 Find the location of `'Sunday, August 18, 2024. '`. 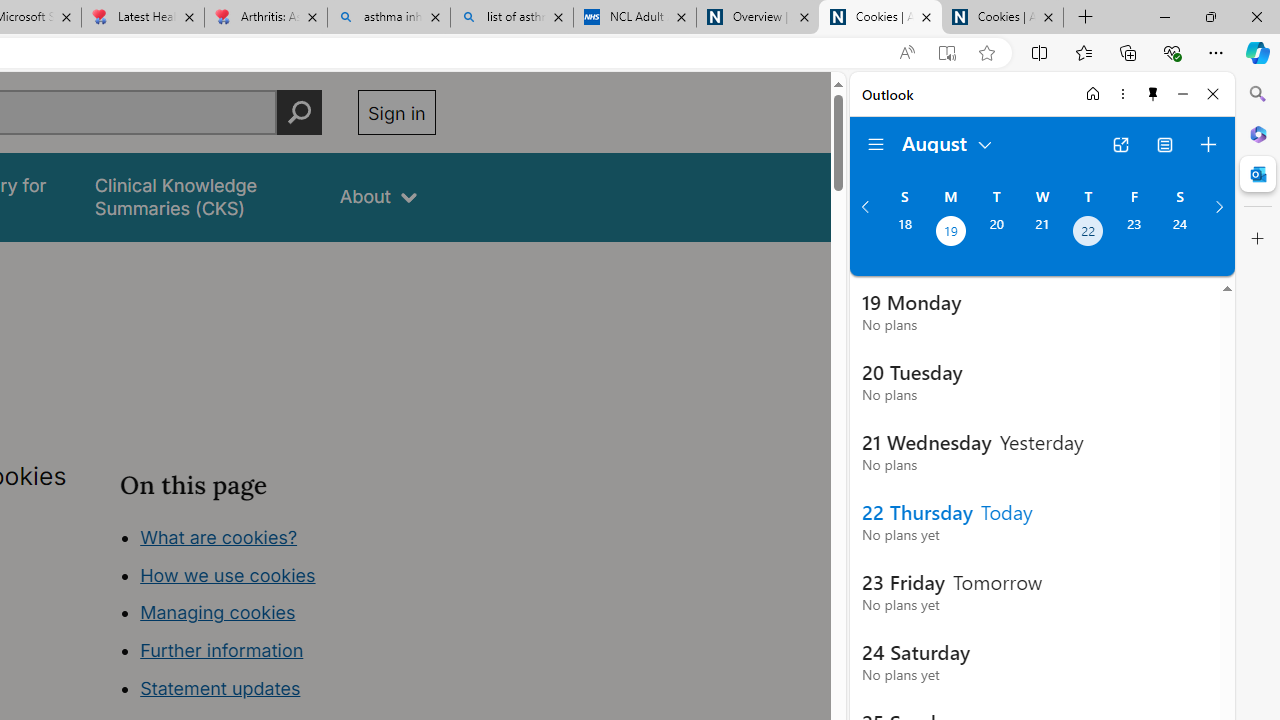

'Sunday, August 18, 2024. ' is located at coordinates (903, 232).